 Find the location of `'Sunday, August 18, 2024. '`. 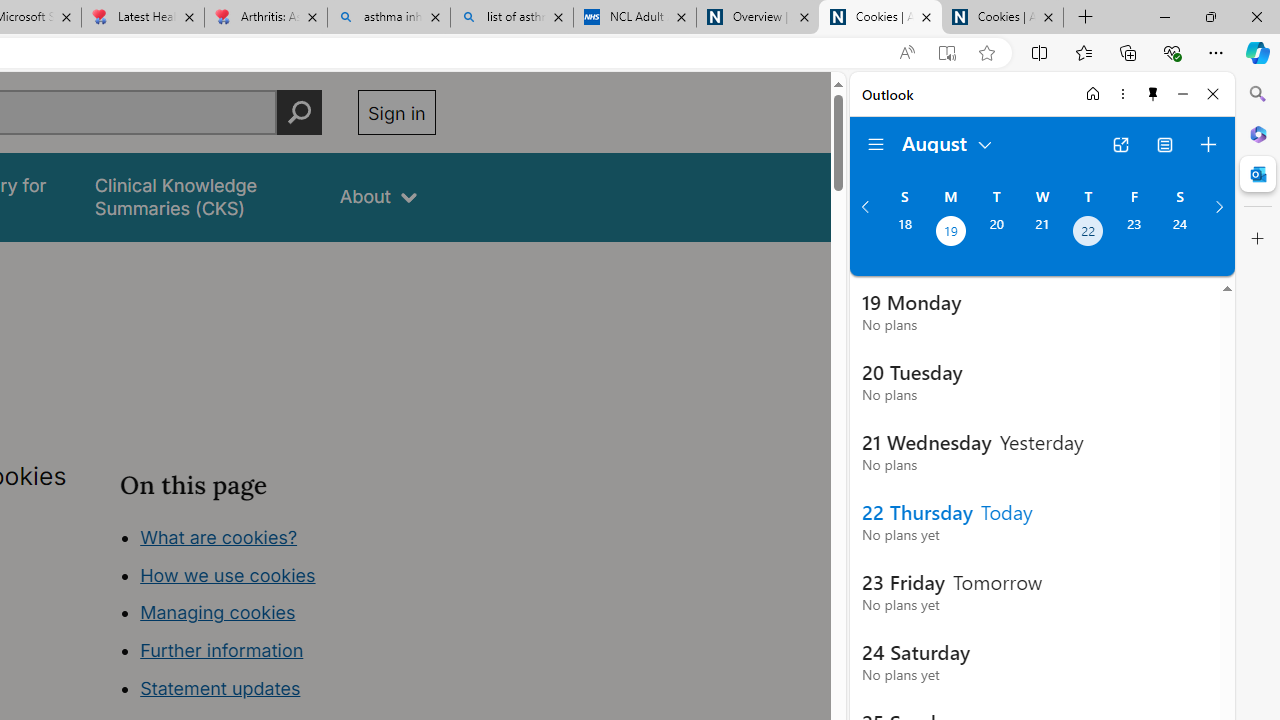

'Sunday, August 18, 2024. ' is located at coordinates (903, 232).